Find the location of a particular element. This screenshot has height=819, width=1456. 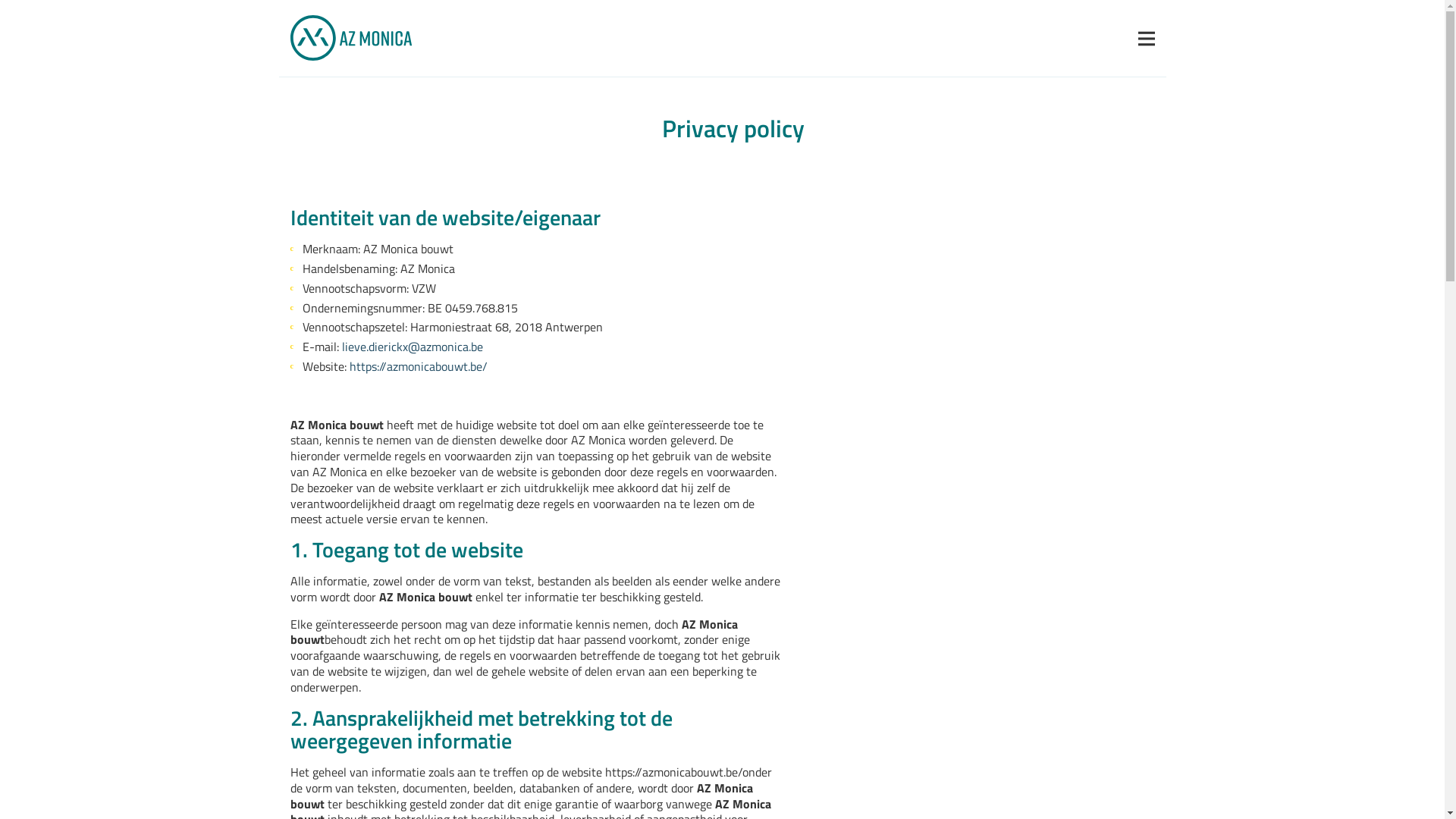

'https://azmonicabouwt.be/' is located at coordinates (418, 366).